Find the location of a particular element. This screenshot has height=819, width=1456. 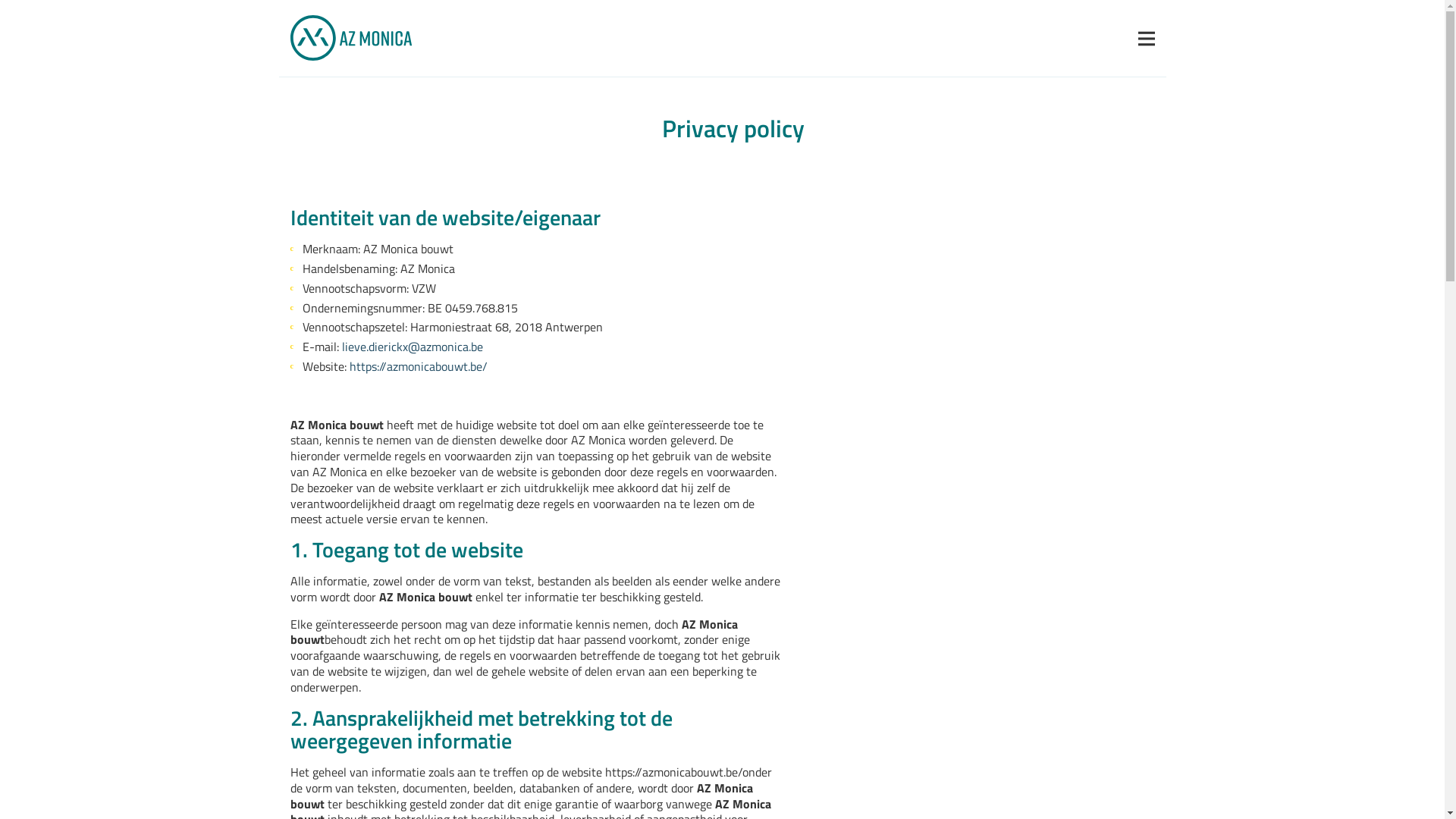

'https://azmonicabouwt.be/' is located at coordinates (418, 366).